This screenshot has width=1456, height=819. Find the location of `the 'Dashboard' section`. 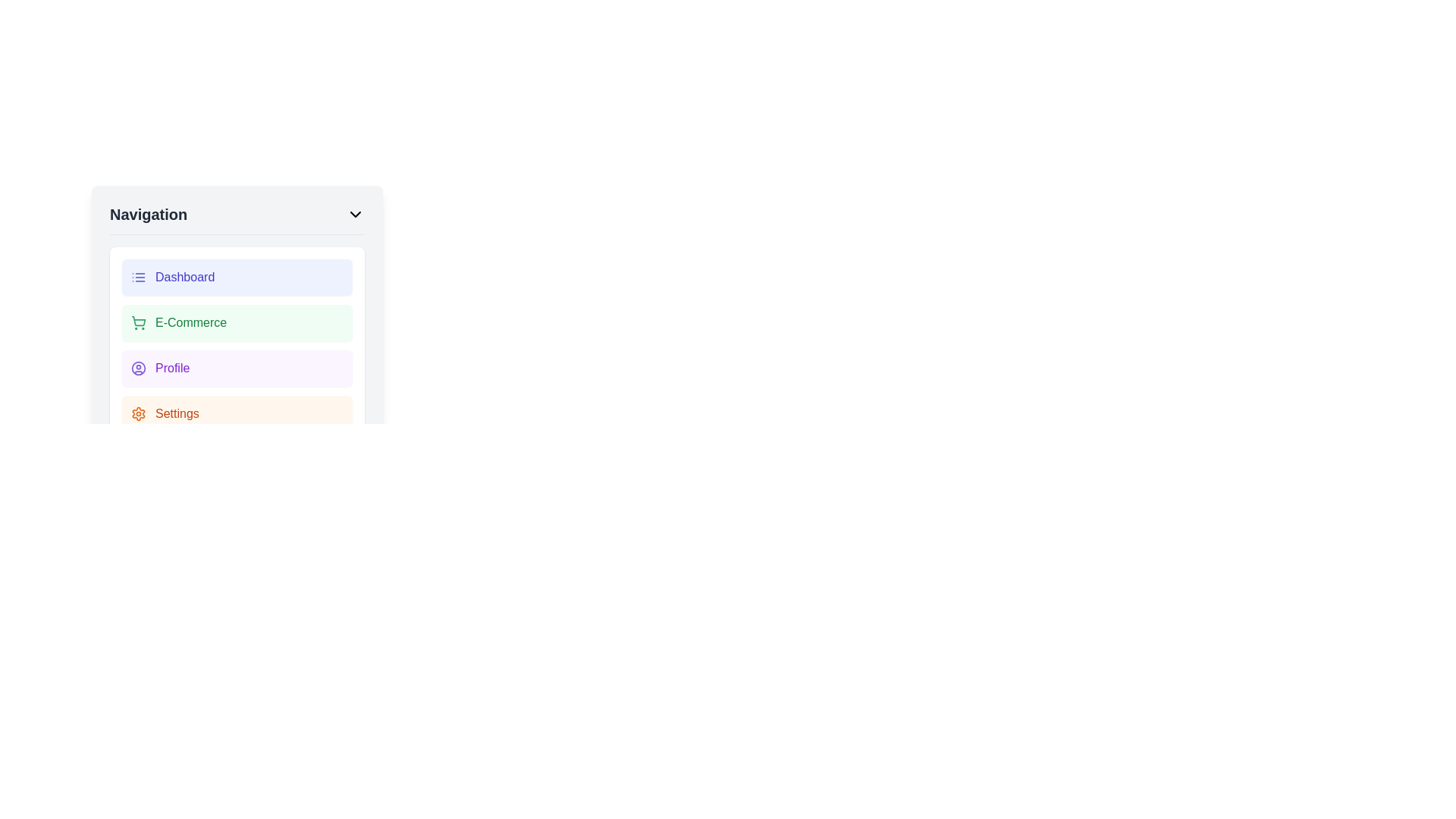

the 'Dashboard' section is located at coordinates (184, 278).